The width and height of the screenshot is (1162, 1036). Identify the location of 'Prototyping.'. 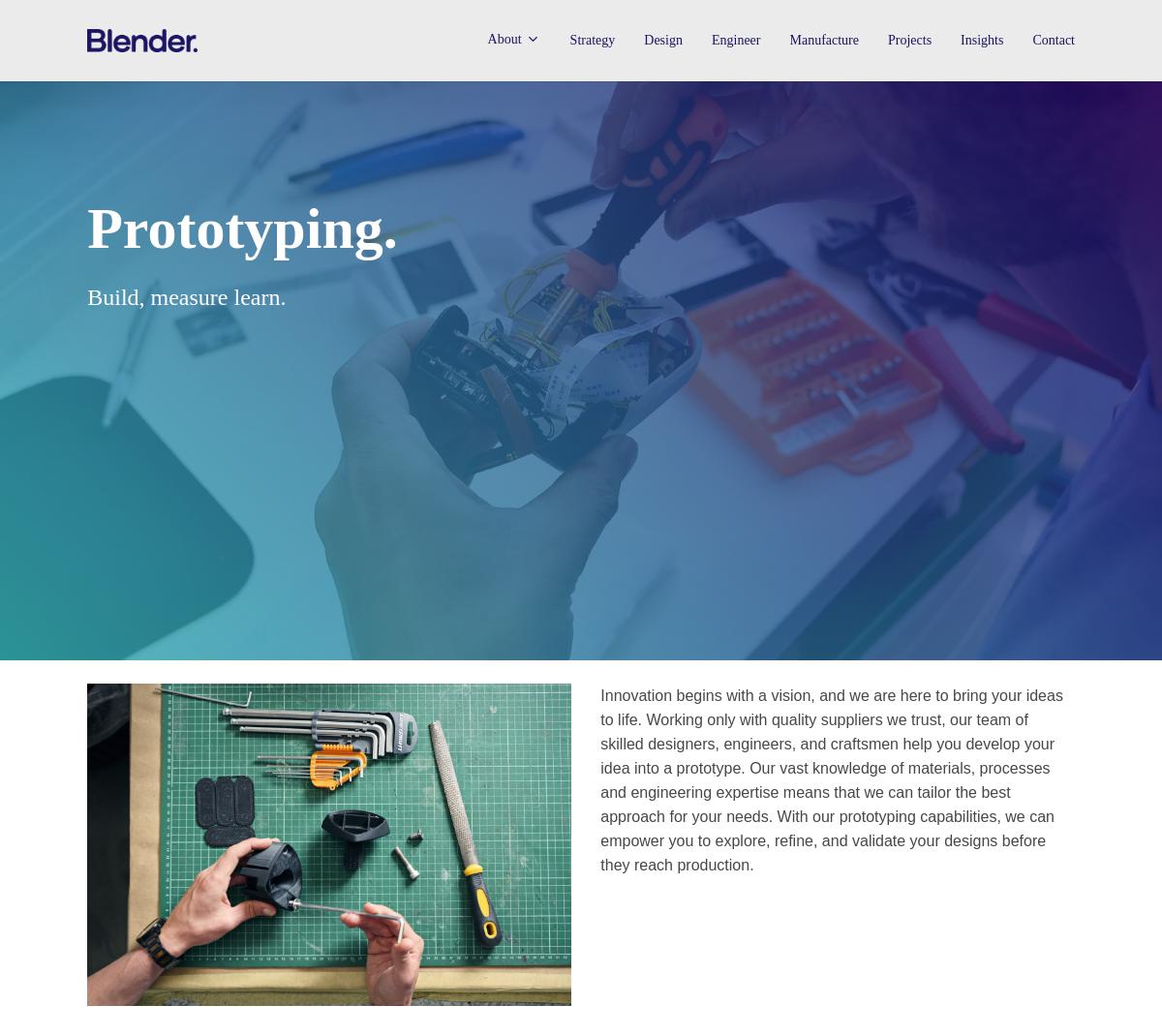
(240, 228).